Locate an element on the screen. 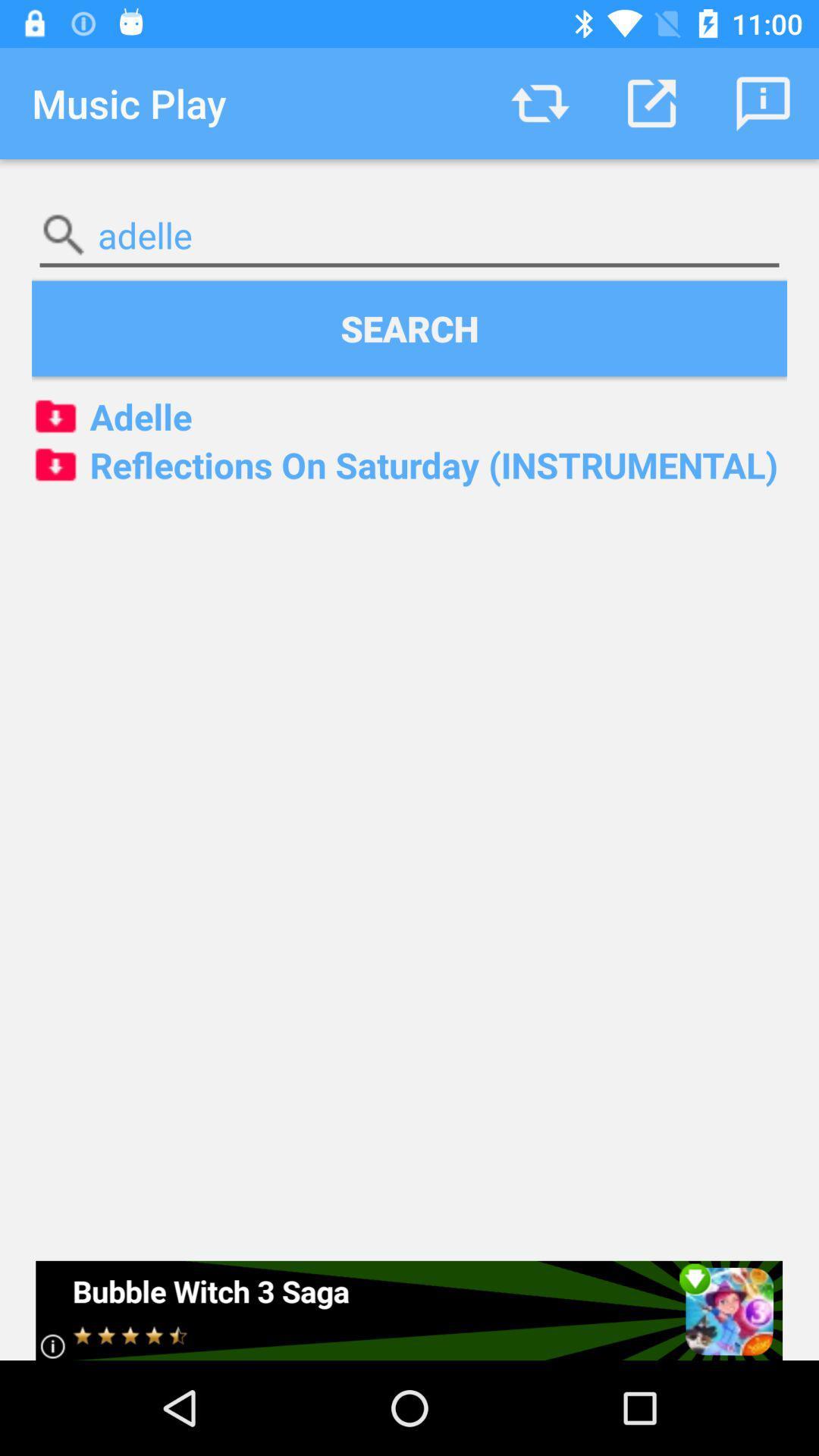  the app next to the music play app is located at coordinates (539, 102).